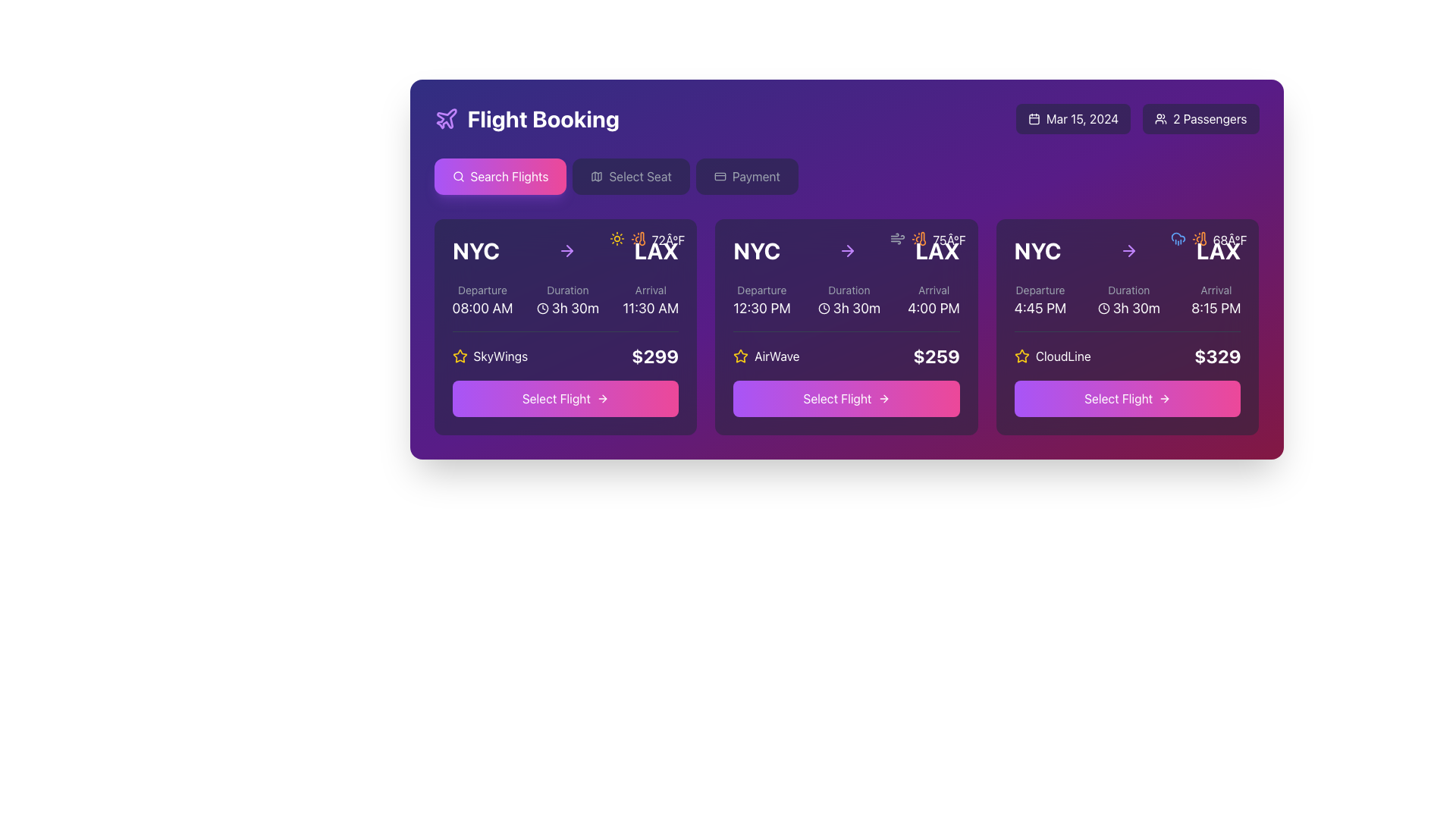 The image size is (1456, 819). What do you see at coordinates (566, 308) in the screenshot?
I see `the flight duration displayed in the 'Duration' label of the leftmost card in the grid layout, positioned between the departure and arrival times` at bounding box center [566, 308].